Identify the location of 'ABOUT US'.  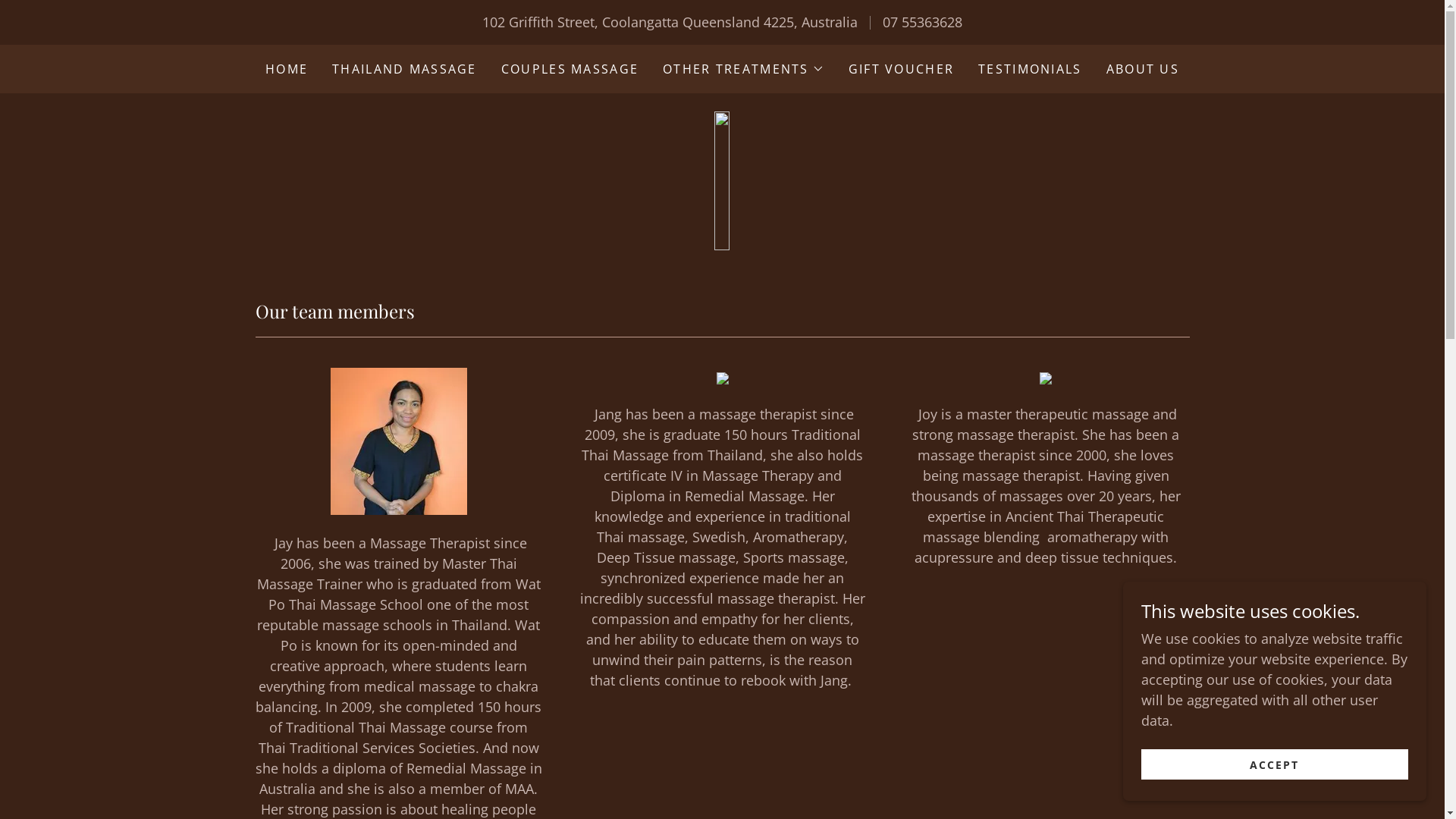
(1143, 69).